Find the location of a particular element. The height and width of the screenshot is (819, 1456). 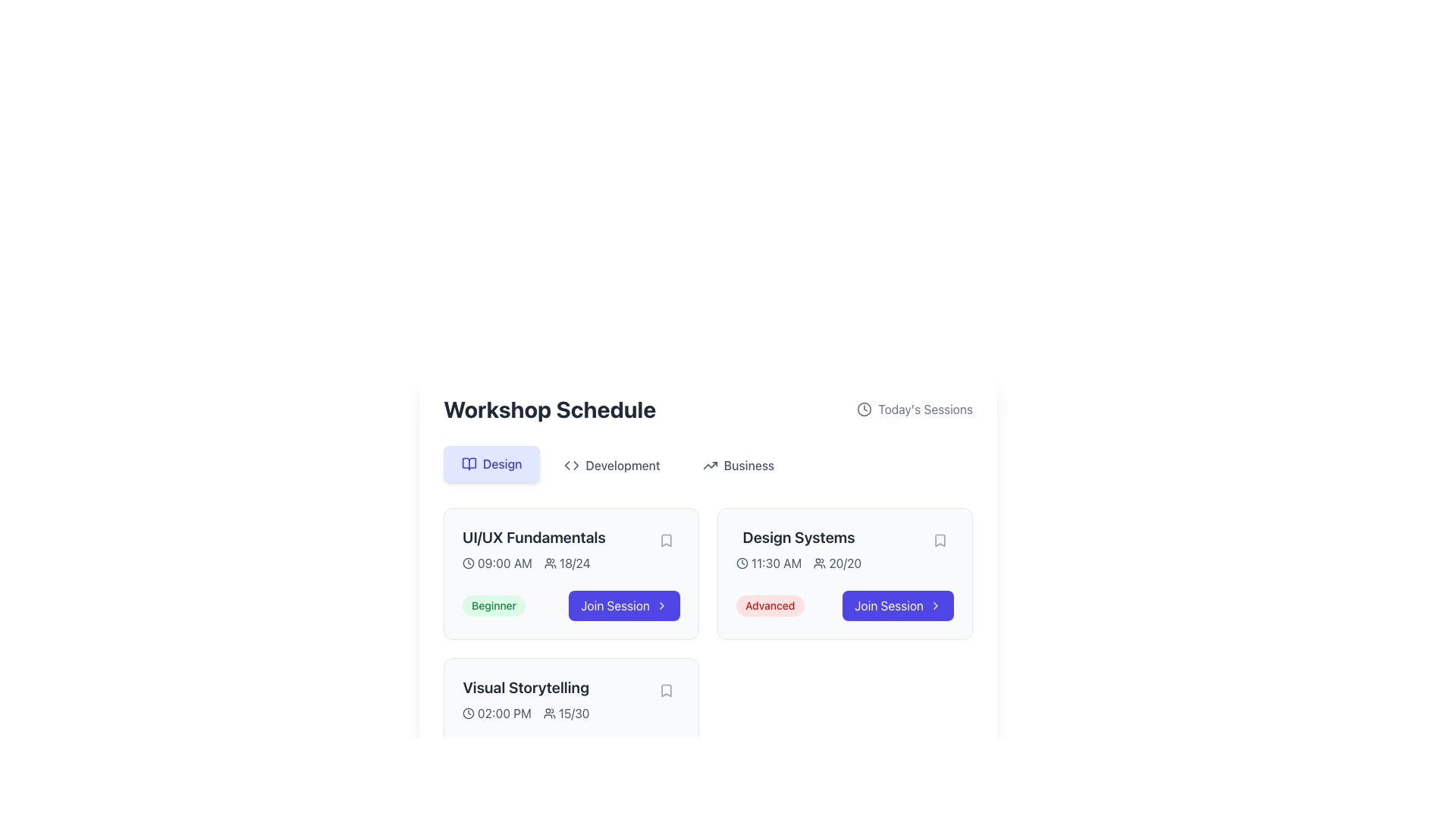

title content of the workshop card located in the Design category of the Workshop Schedule section, which serves as the primary title indicating the topic or focus of the session is located at coordinates (526, 687).